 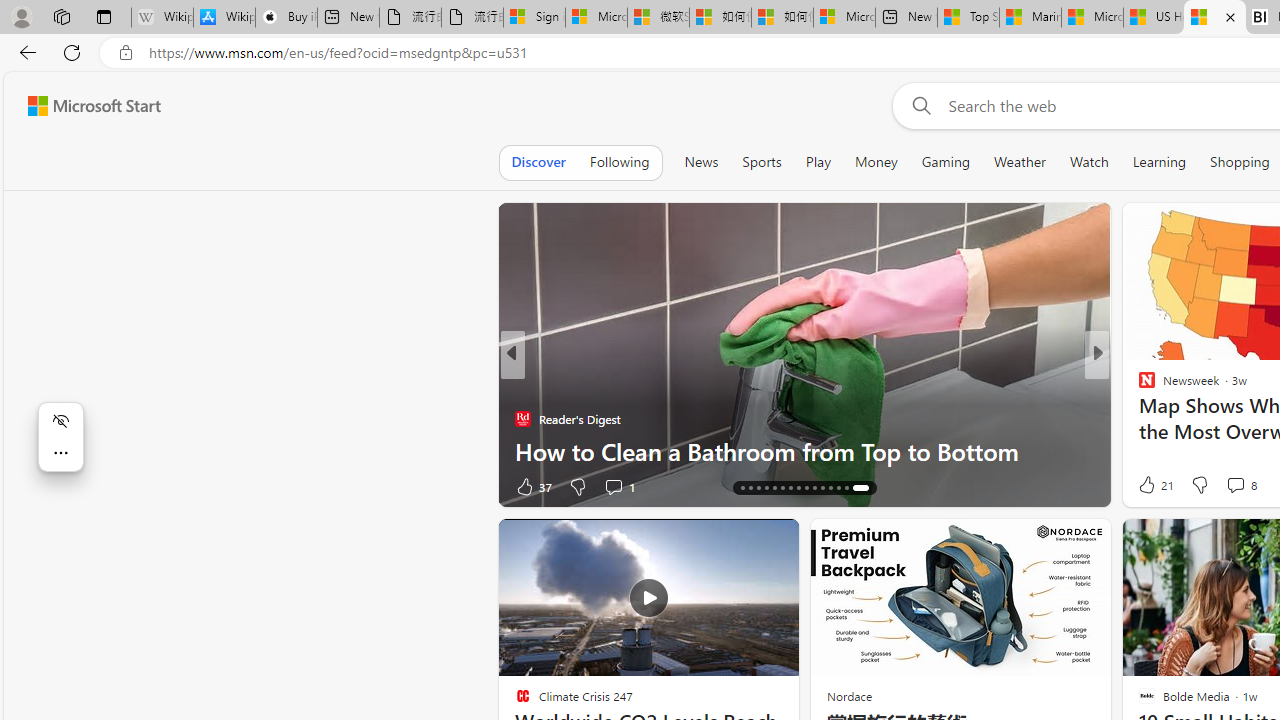 What do you see at coordinates (1138, 418) in the screenshot?
I see `'SlashGear'` at bounding box center [1138, 418].